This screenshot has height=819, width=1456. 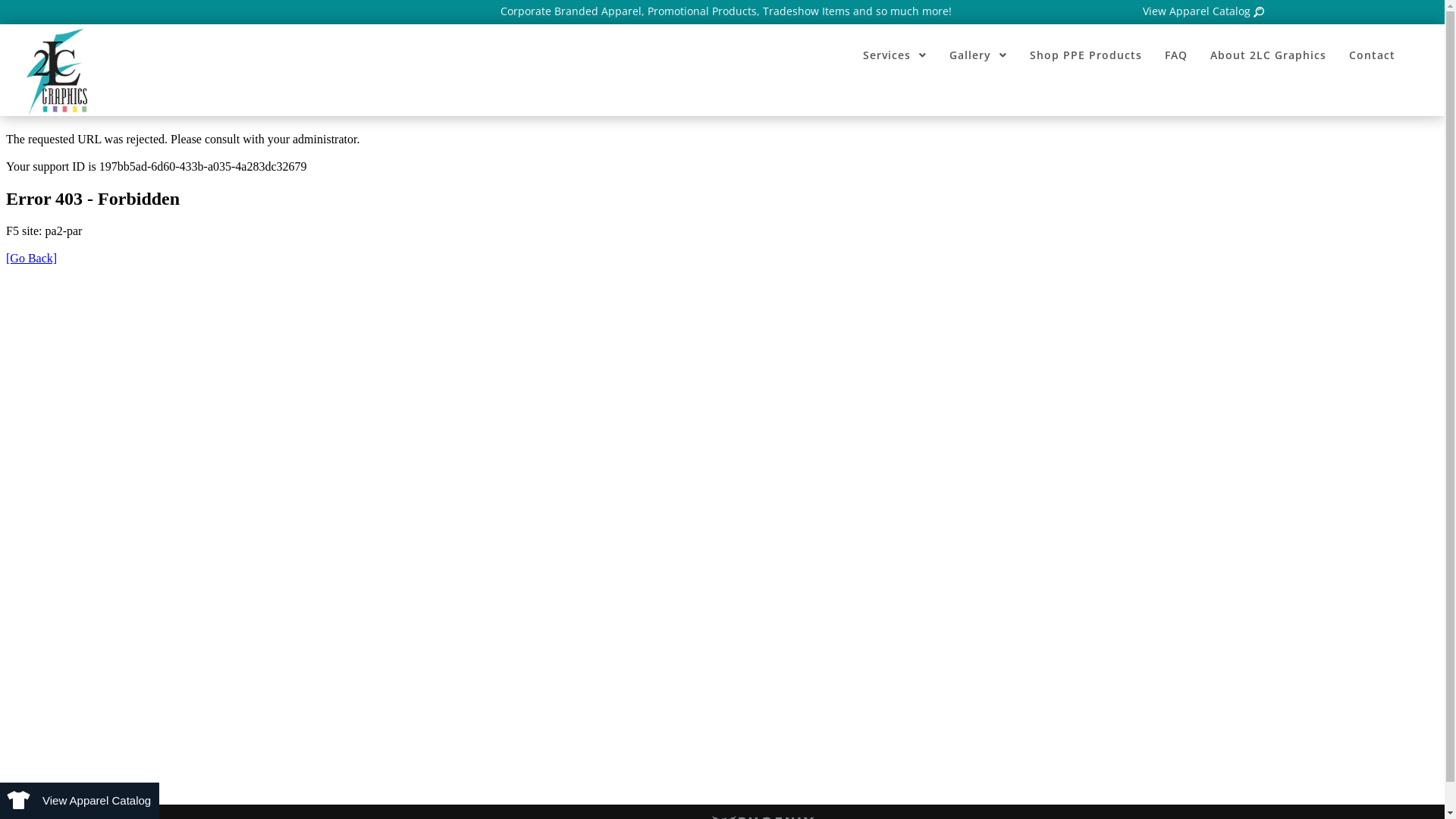 What do you see at coordinates (1197, 55) in the screenshot?
I see `'About 2LC Graphics'` at bounding box center [1197, 55].